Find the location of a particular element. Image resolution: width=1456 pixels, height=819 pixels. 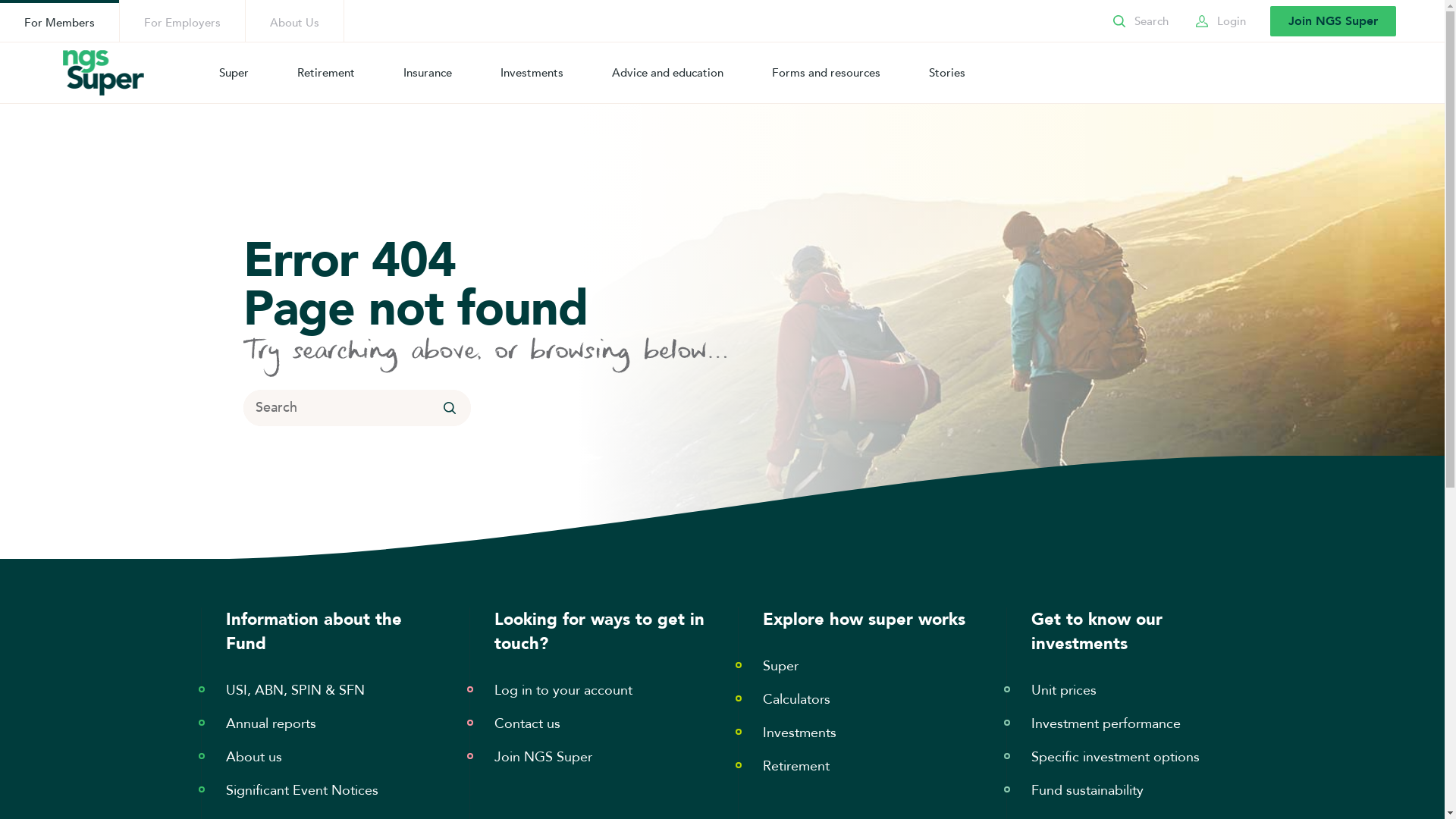

'Unit prices' is located at coordinates (1062, 690).